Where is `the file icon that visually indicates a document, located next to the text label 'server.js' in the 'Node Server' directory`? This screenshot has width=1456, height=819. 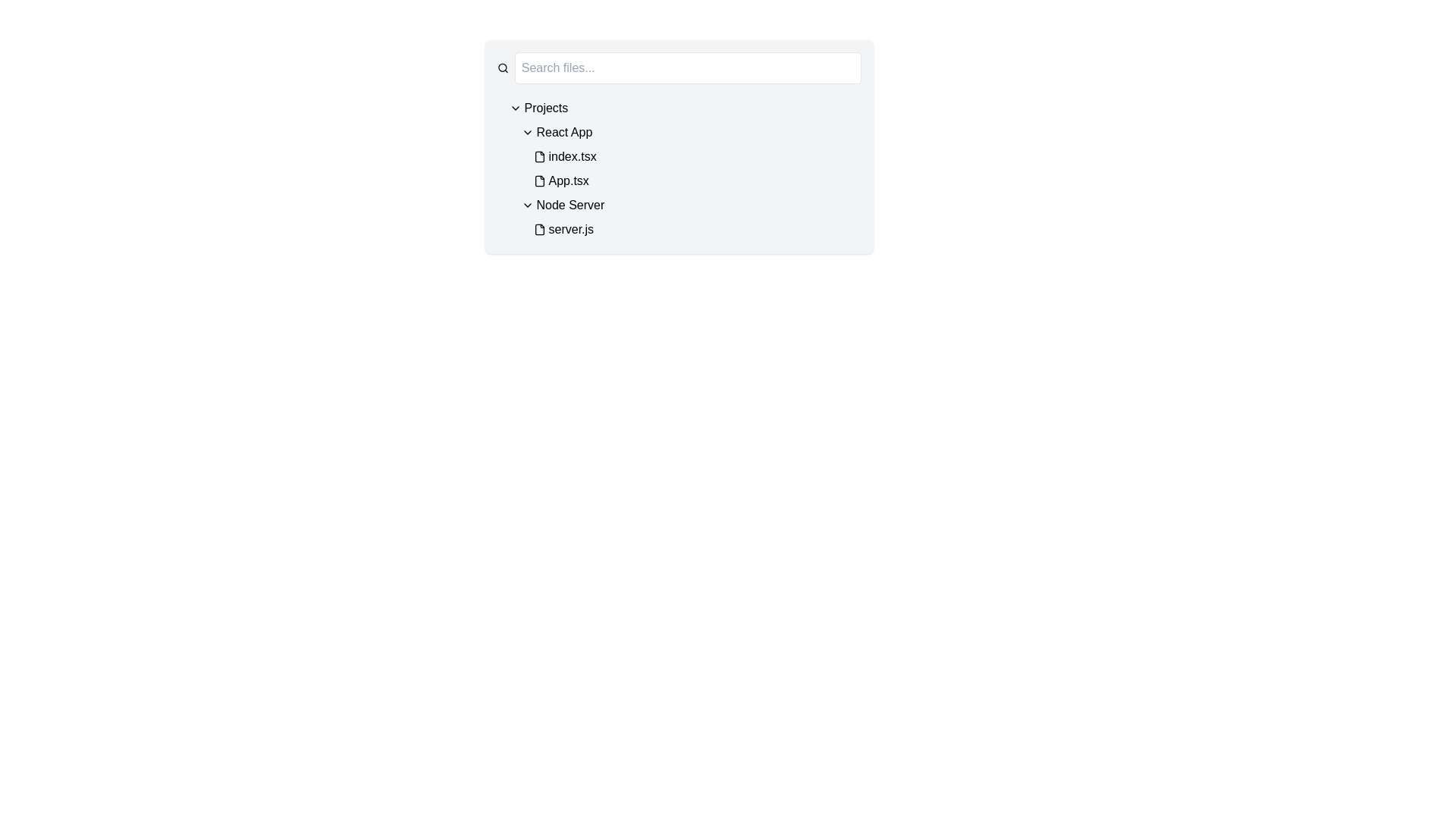 the file icon that visually indicates a document, located next to the text label 'server.js' in the 'Node Server' directory is located at coordinates (539, 230).